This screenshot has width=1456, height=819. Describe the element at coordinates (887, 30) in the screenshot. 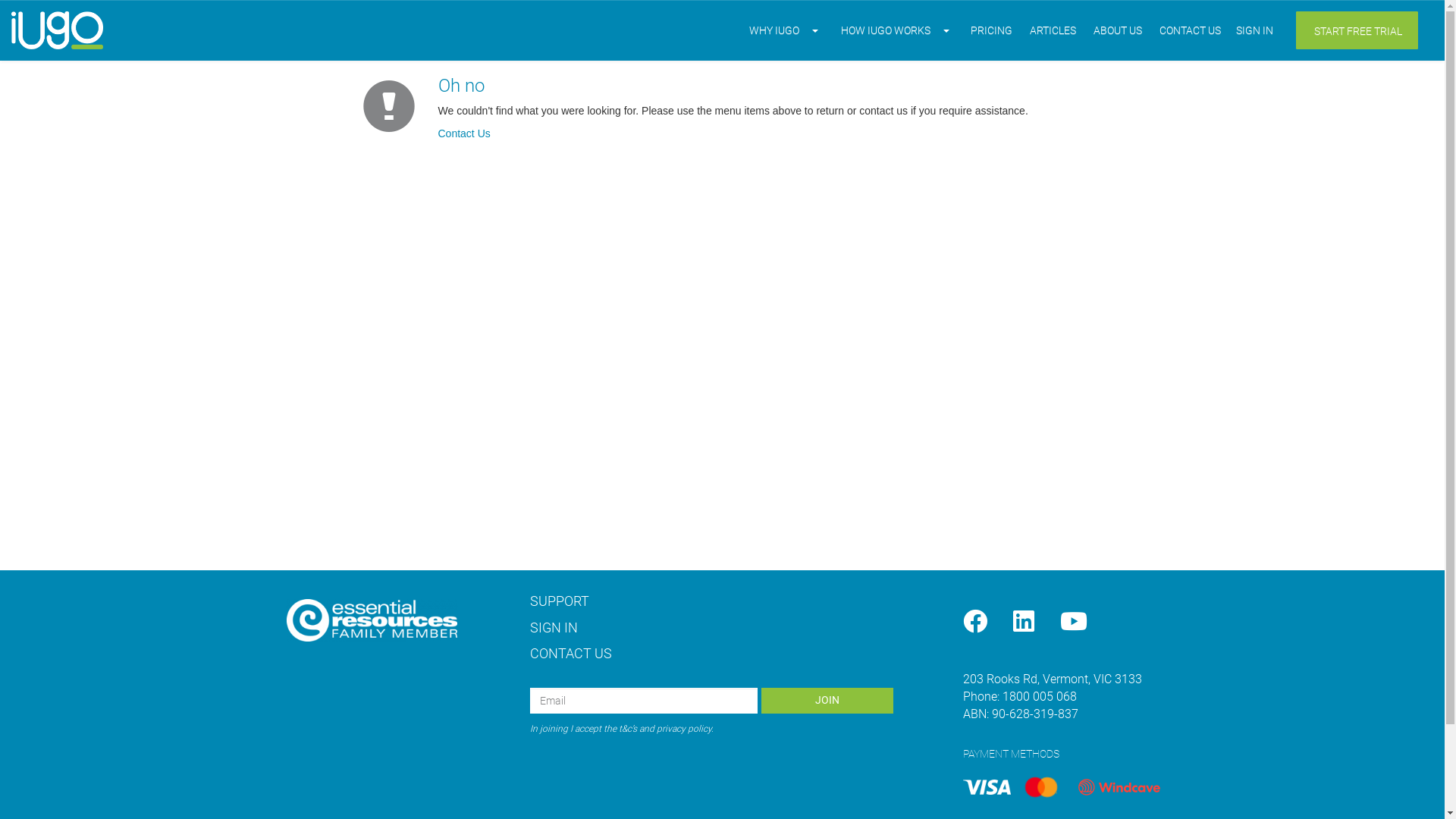

I see `'HOW IUGO WORKS'` at that location.